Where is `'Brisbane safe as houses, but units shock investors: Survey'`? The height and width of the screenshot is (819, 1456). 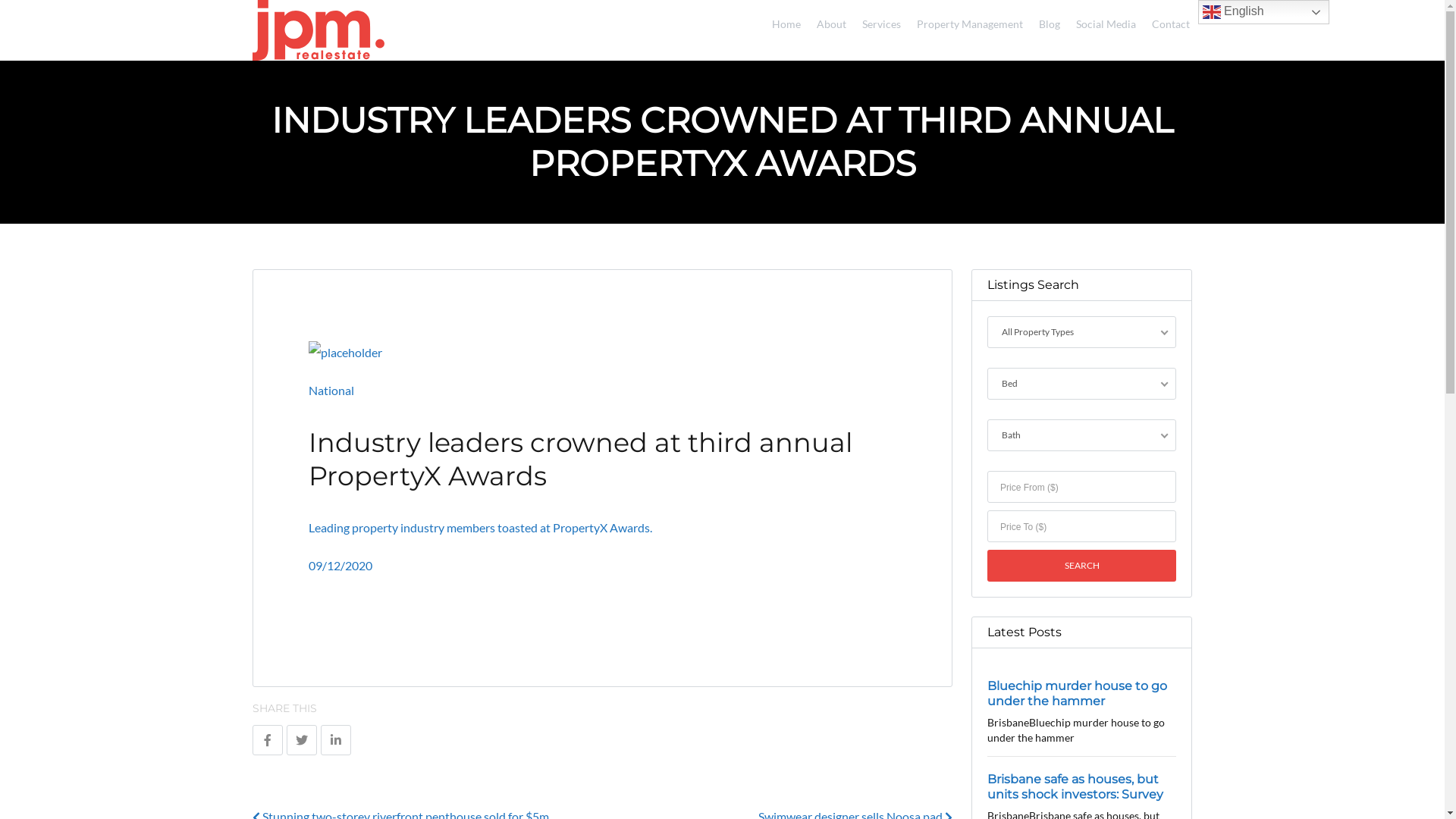 'Brisbane safe as houses, but units shock investors: Survey' is located at coordinates (1074, 786).